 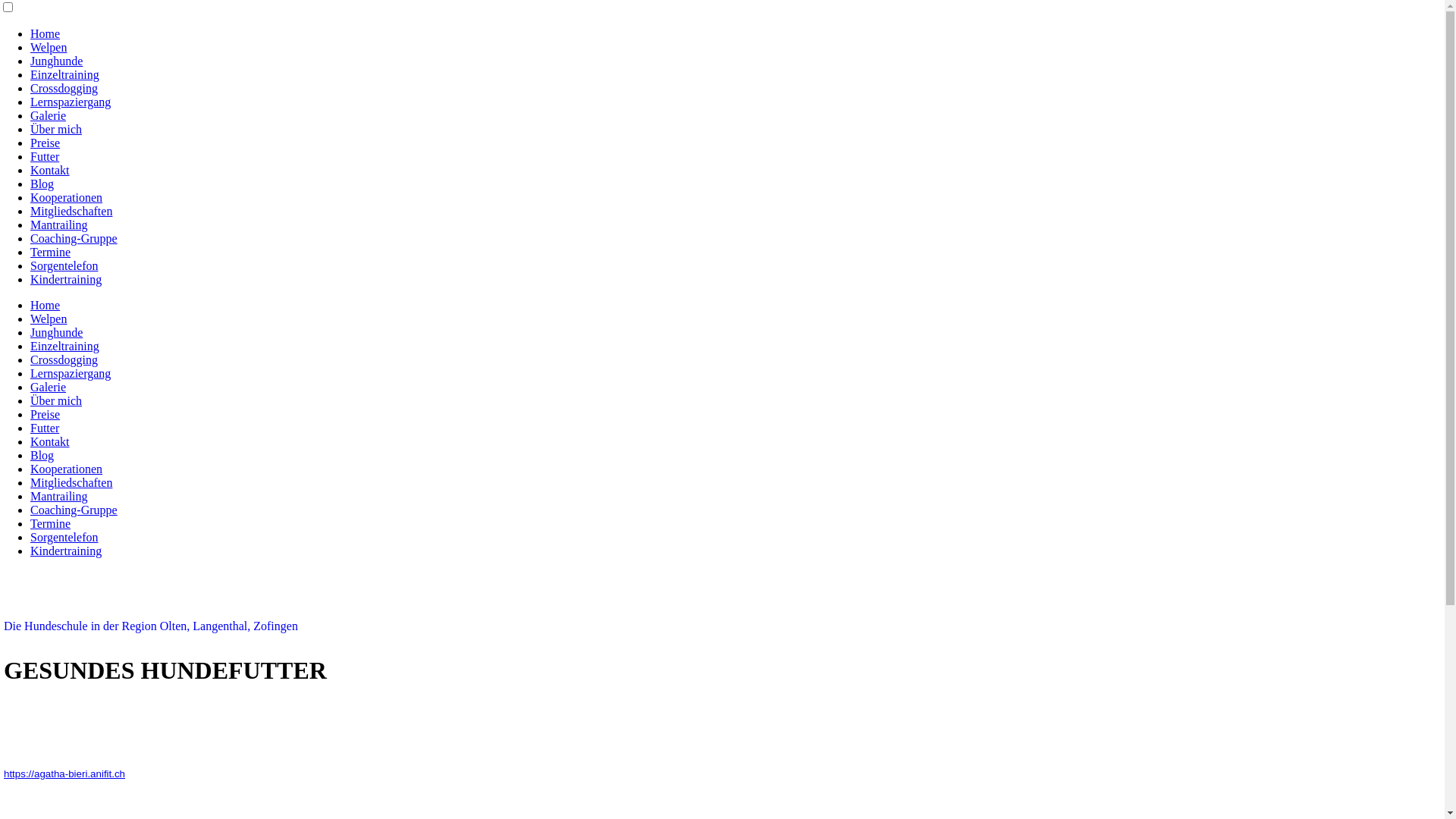 What do you see at coordinates (63, 359) in the screenshot?
I see `'Crossdogging'` at bounding box center [63, 359].